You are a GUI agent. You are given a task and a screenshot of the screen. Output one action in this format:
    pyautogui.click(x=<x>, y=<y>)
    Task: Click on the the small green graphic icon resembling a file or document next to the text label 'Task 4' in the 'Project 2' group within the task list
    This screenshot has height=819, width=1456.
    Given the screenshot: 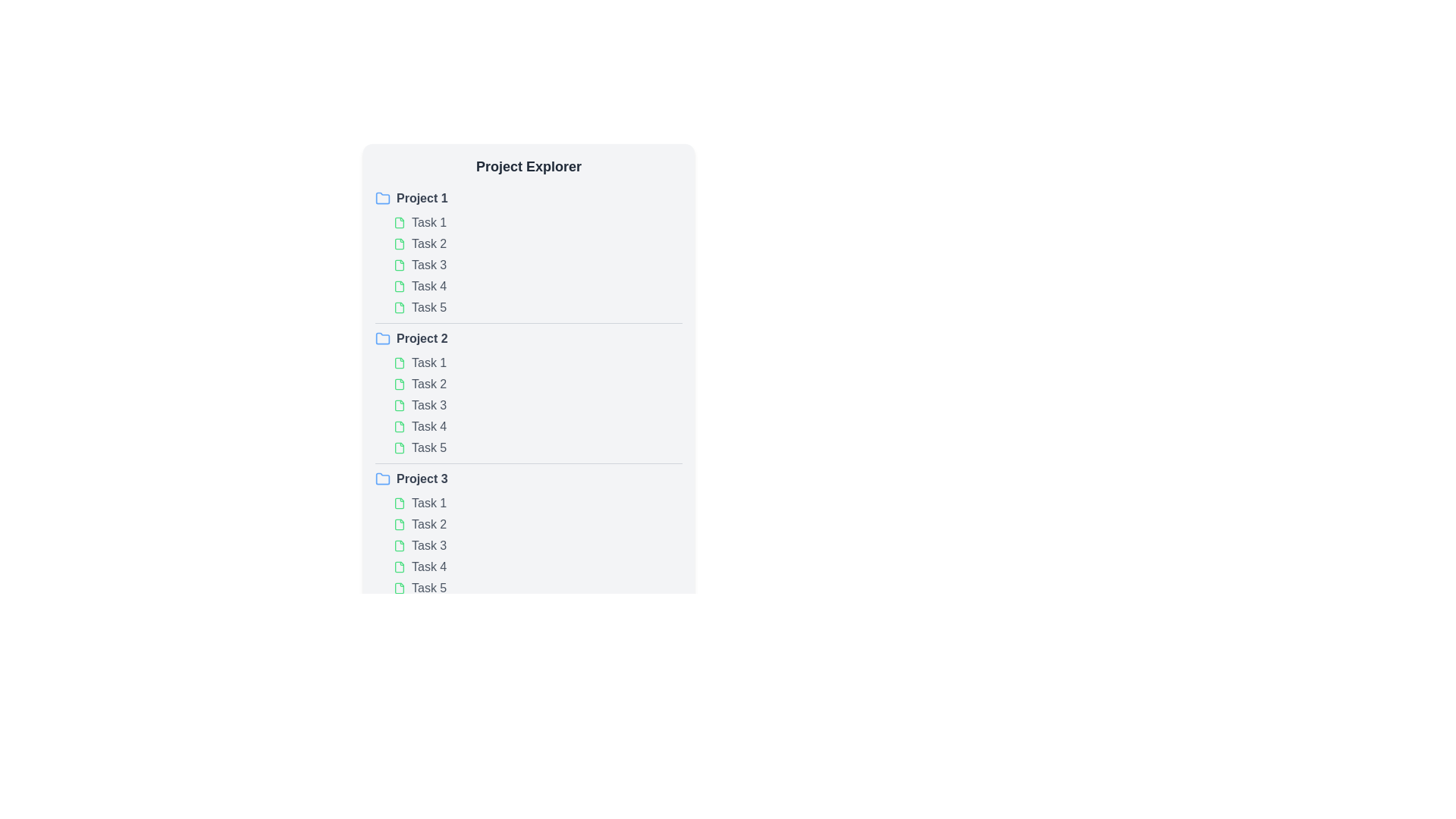 What is the action you would take?
    pyautogui.click(x=400, y=427)
    